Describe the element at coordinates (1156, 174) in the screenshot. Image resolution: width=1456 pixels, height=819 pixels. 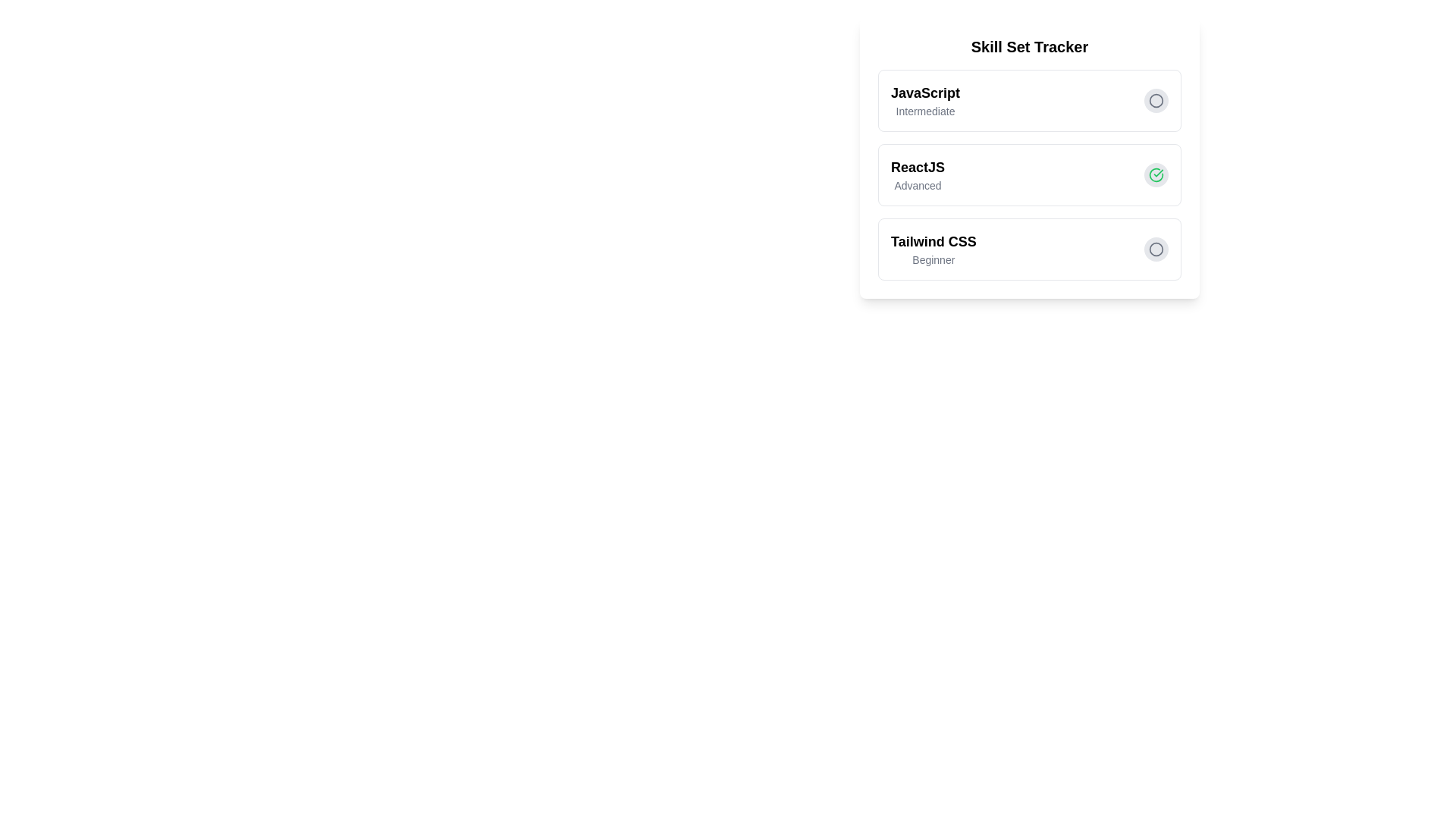
I see `the confirmation icon located within the second item of the 'Skill Set Tracker' list` at that location.